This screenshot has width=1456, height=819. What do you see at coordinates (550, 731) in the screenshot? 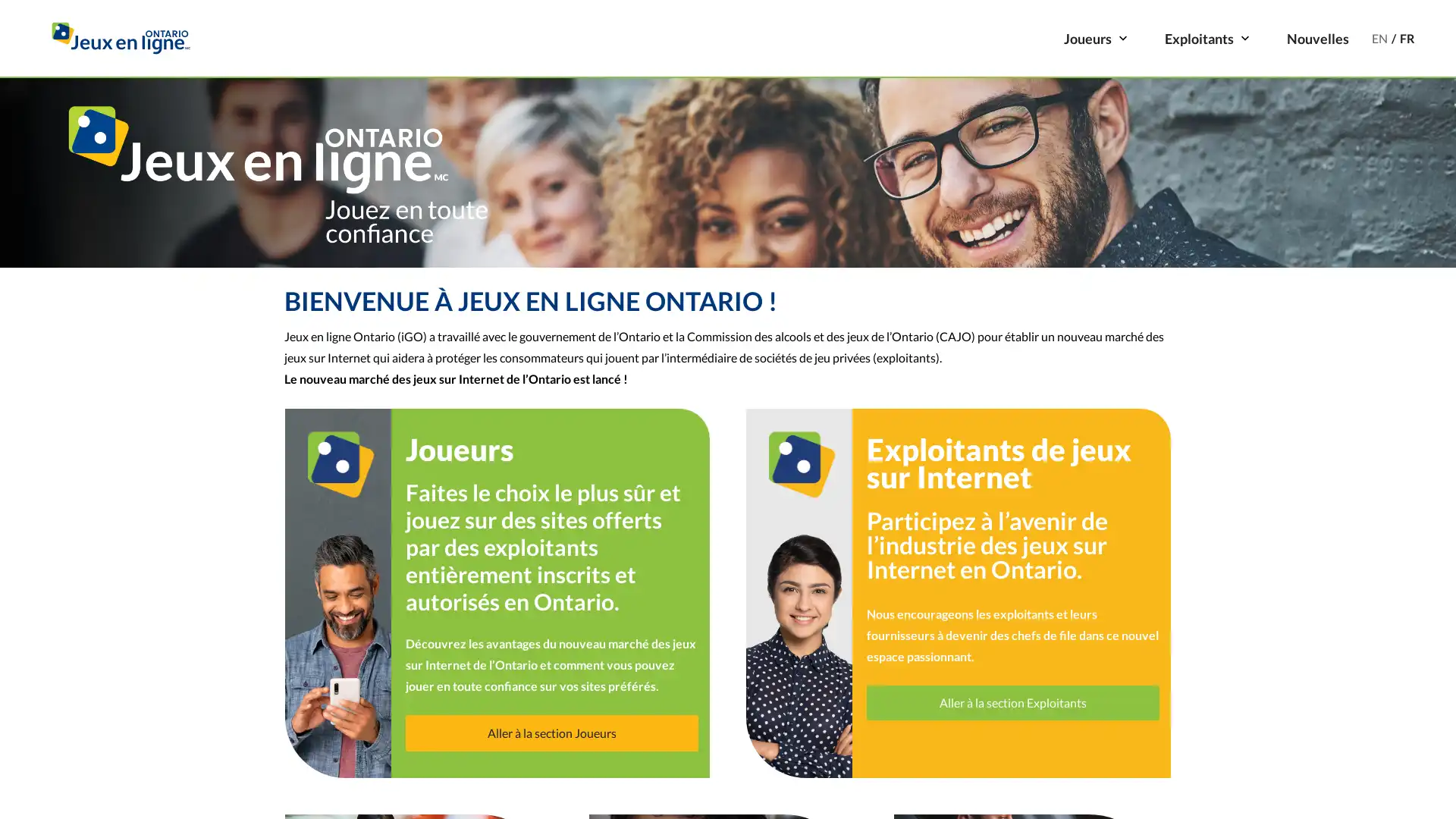
I see `Aller a la section Joueurs` at bounding box center [550, 731].